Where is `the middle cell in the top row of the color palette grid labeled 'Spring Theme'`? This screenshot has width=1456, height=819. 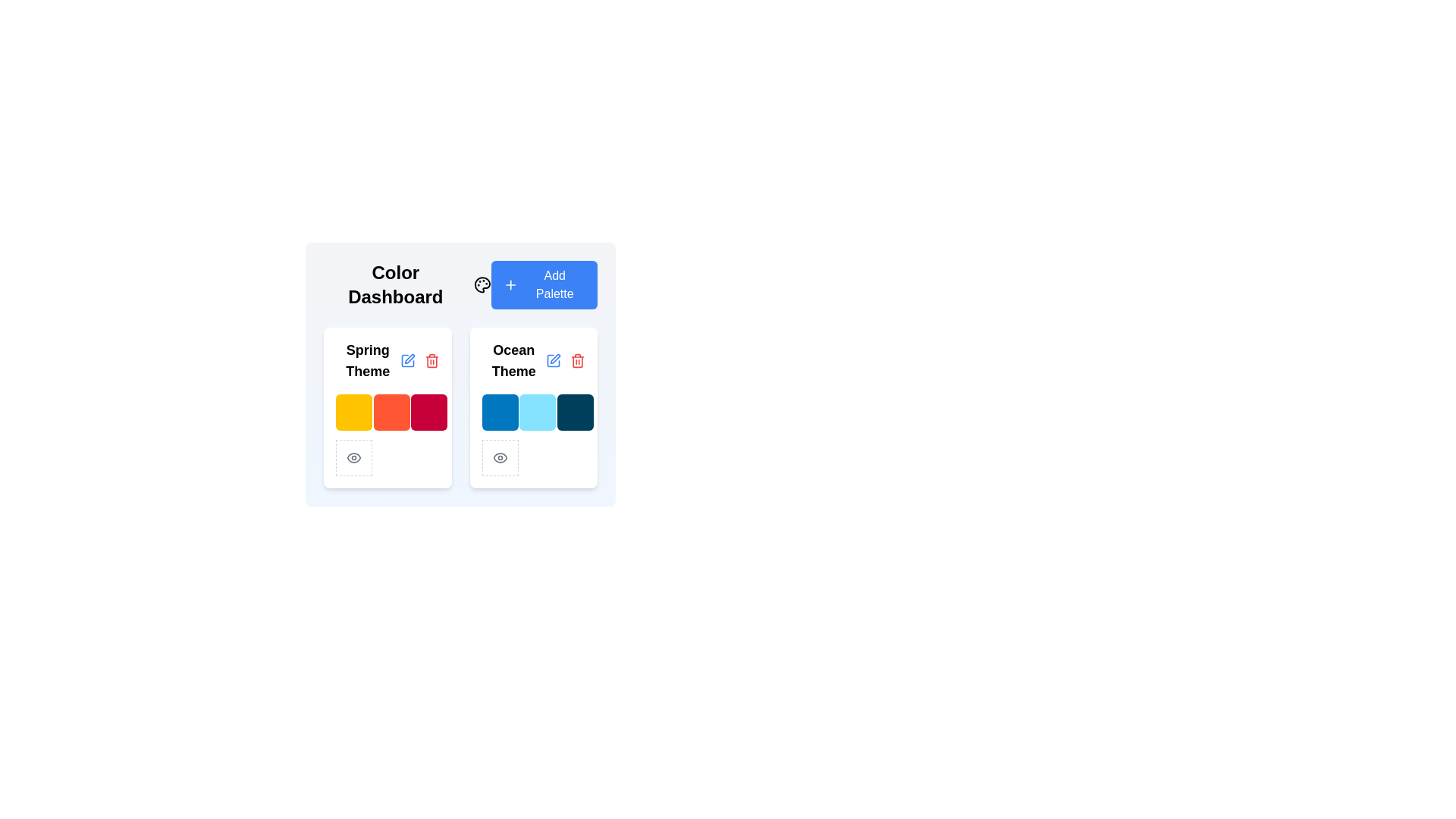
the middle cell in the top row of the color palette grid labeled 'Spring Theme' is located at coordinates (391, 412).